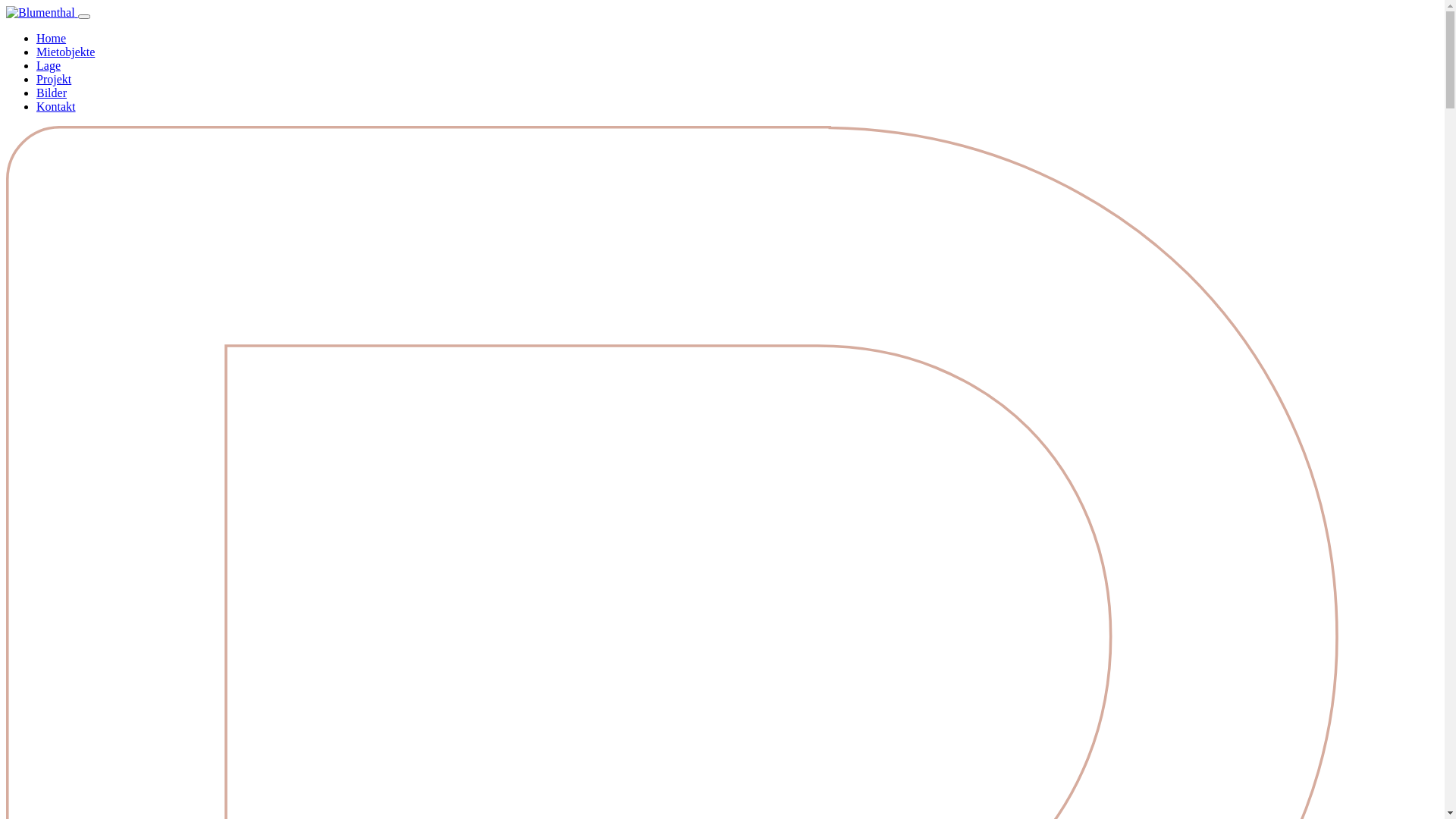 Image resolution: width=1456 pixels, height=819 pixels. I want to click on 'Home', so click(51, 37).